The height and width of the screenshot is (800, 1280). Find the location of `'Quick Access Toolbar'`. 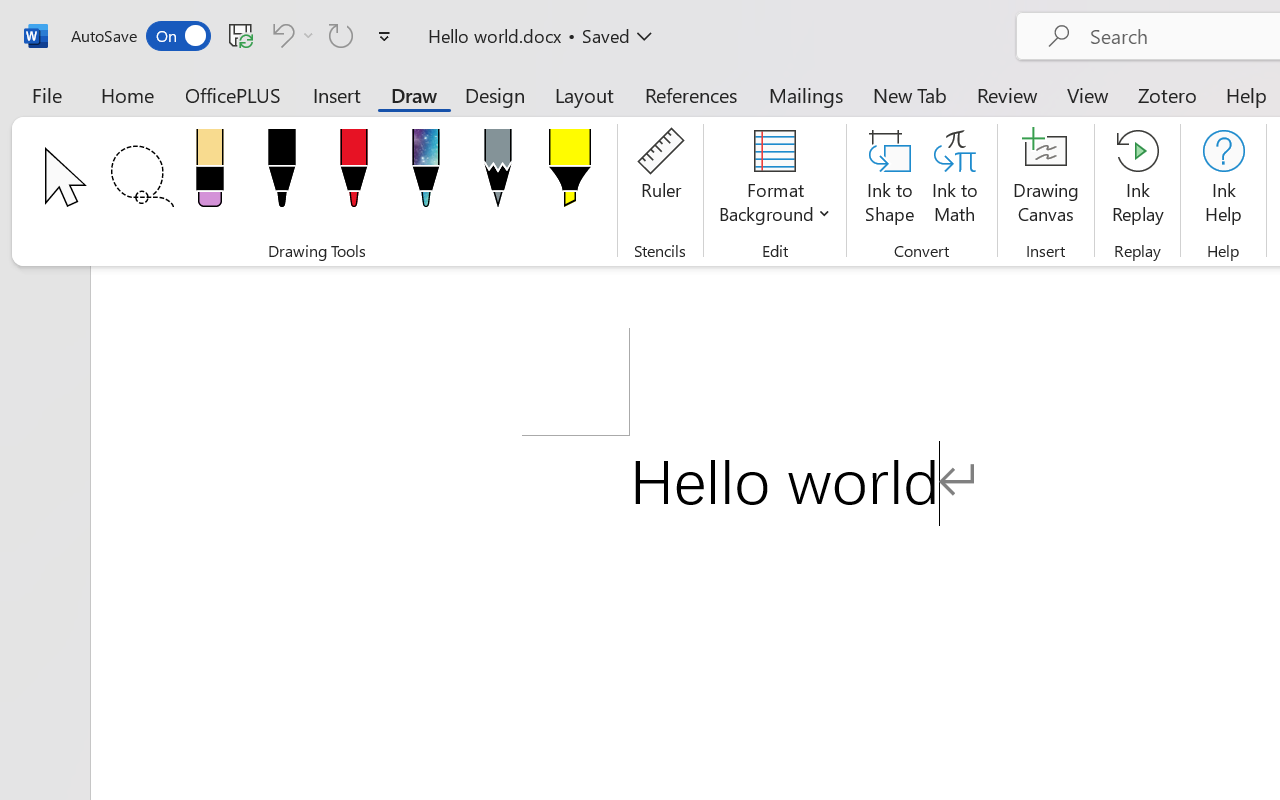

'Quick Access Toolbar' is located at coordinates (234, 35).